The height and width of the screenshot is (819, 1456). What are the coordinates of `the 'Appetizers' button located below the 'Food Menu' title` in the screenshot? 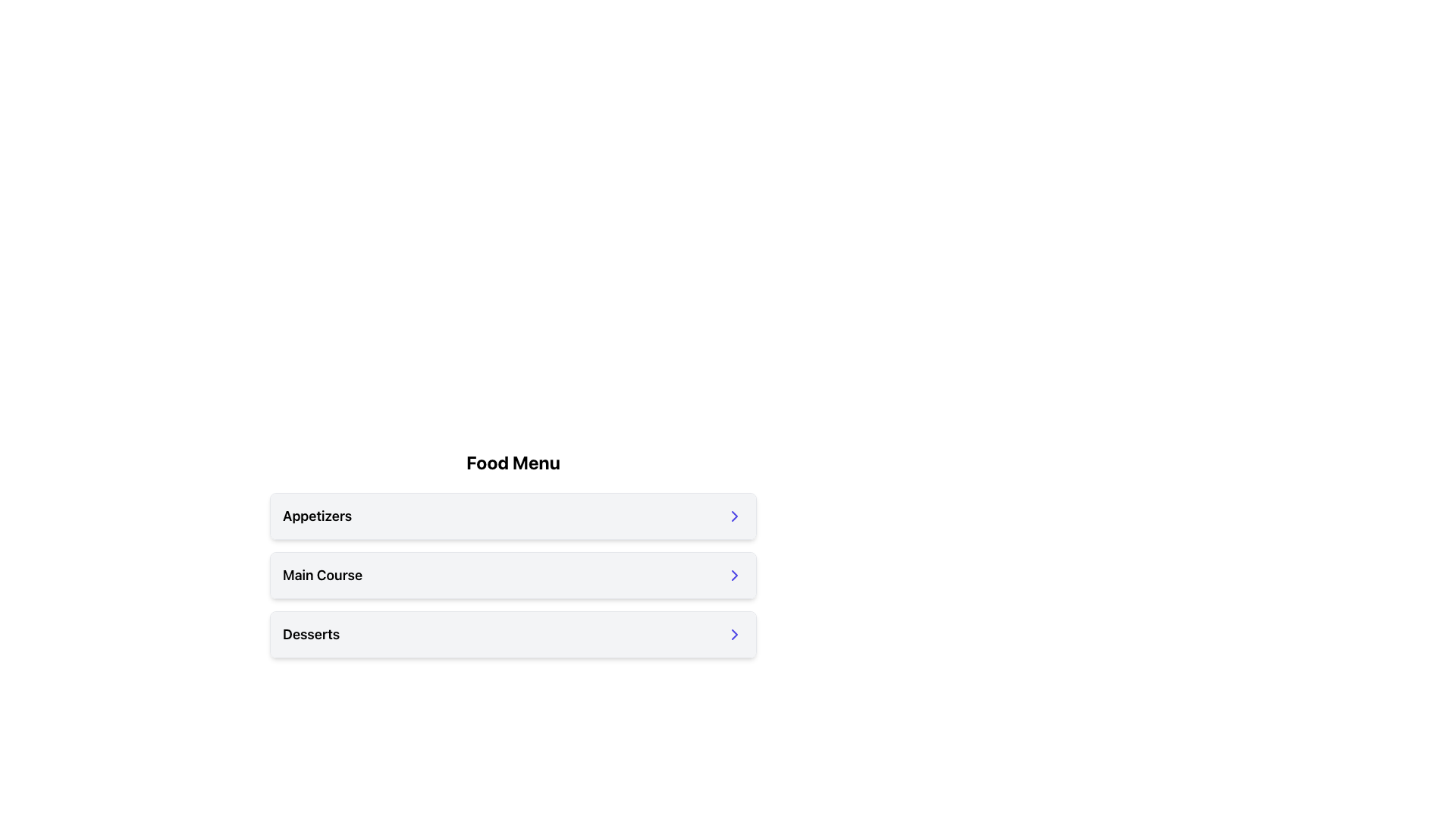 It's located at (513, 516).